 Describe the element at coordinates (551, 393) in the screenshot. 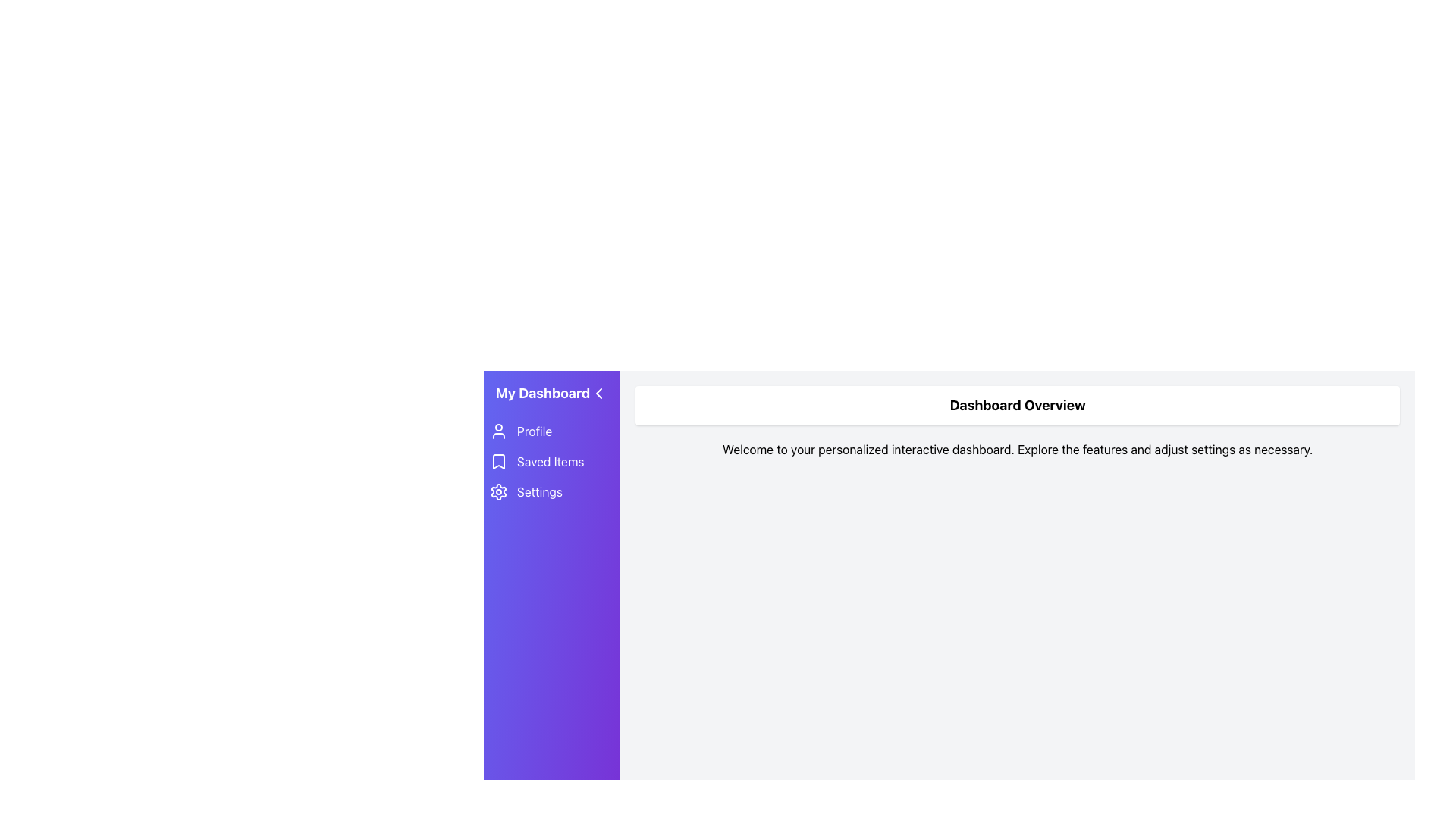

I see `the left arrow icon in the 'My Dashboard' navigation header` at that location.